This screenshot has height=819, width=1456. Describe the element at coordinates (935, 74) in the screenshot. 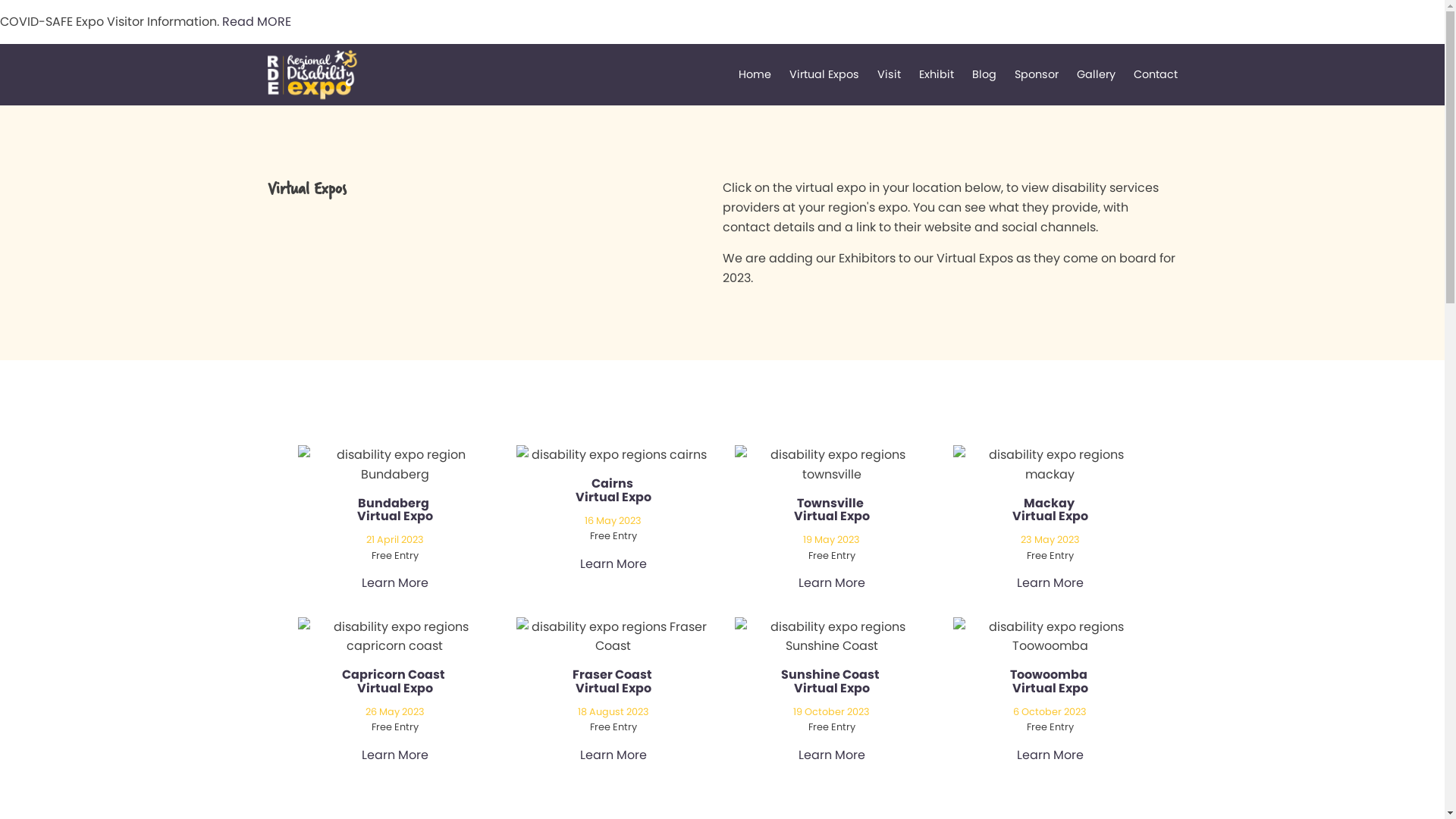

I see `'Exhibit'` at that location.